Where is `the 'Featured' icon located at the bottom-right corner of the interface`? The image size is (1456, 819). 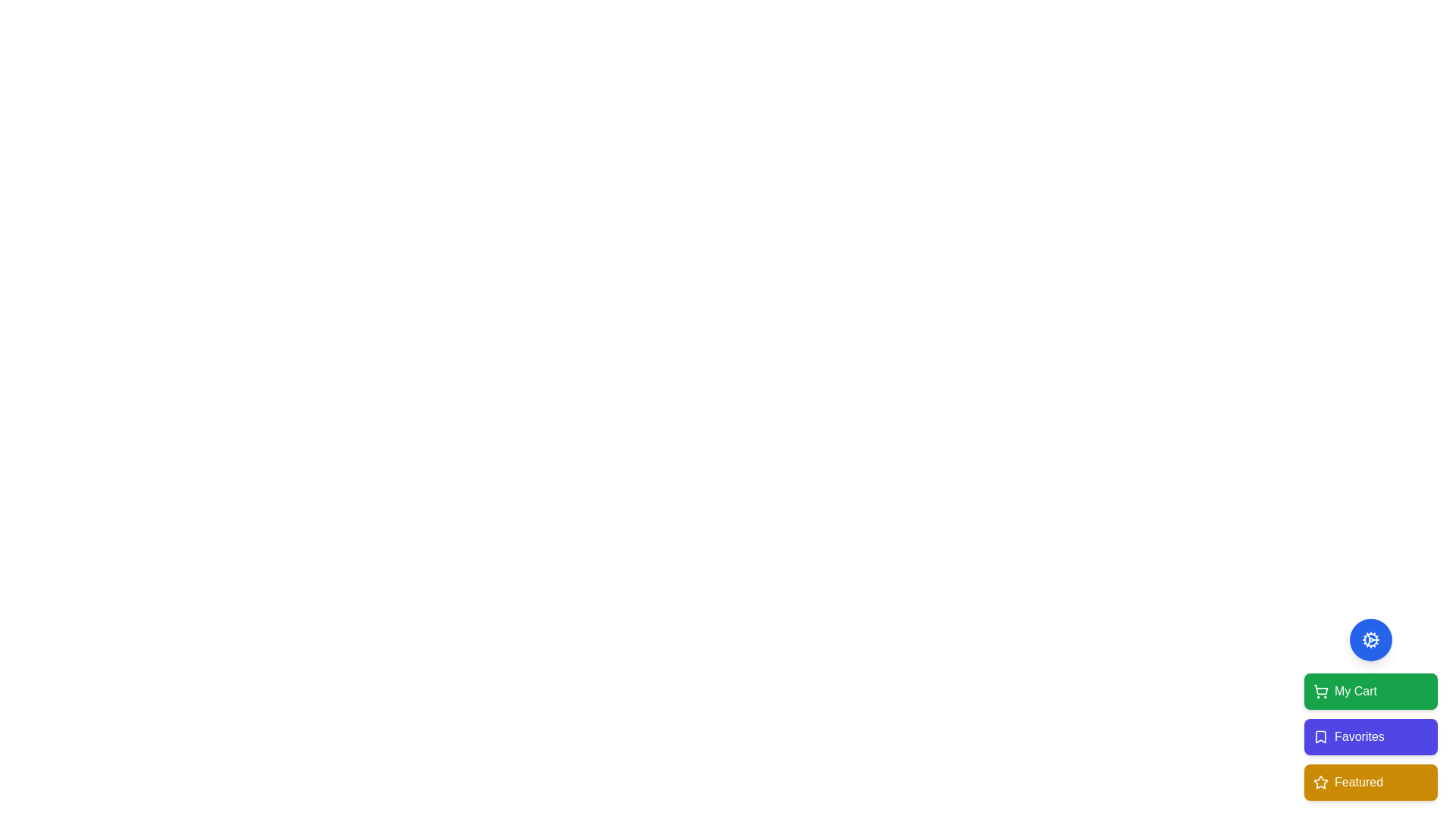
the 'Featured' icon located at the bottom-right corner of the interface is located at coordinates (1320, 782).